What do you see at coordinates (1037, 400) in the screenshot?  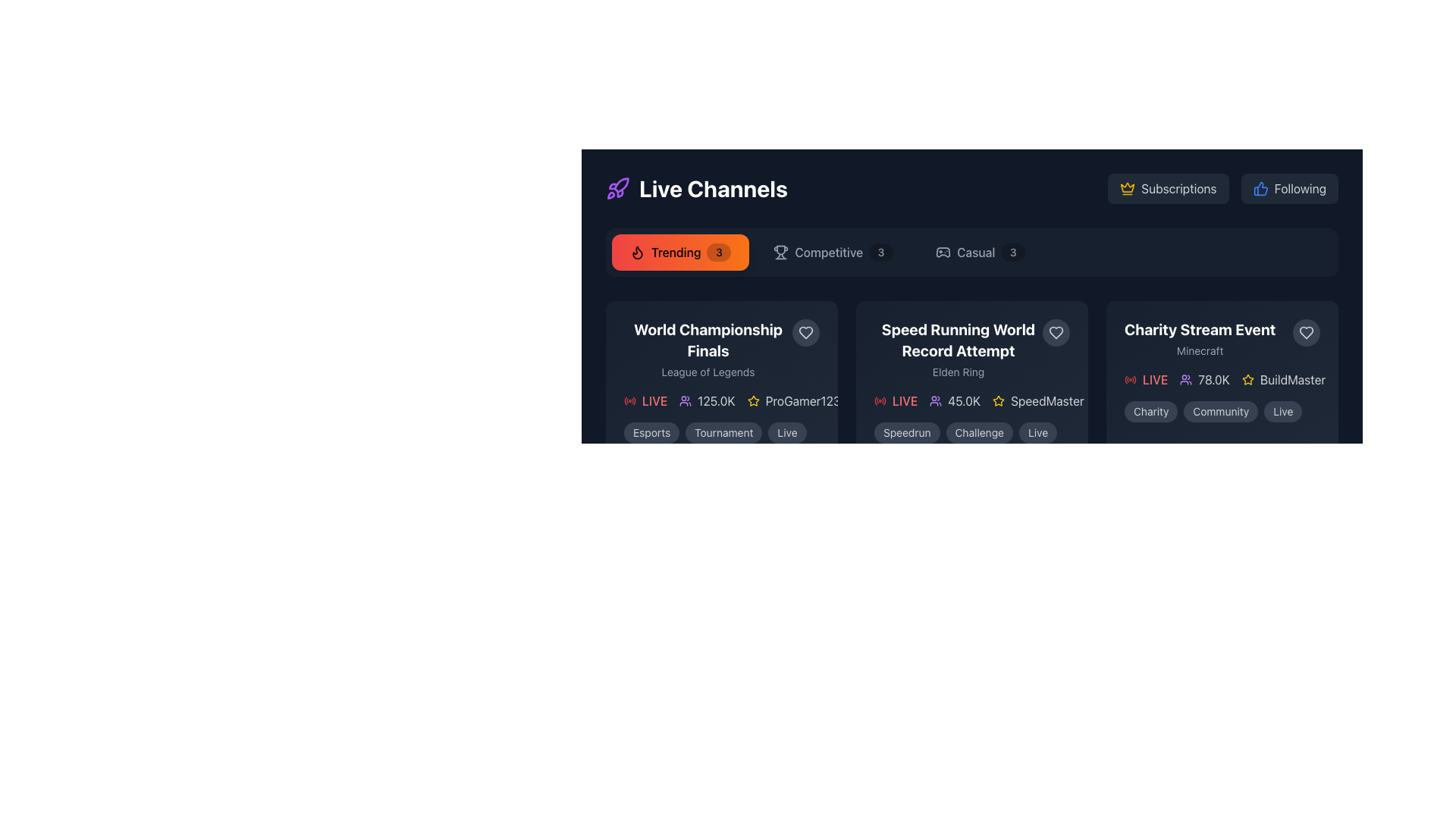 I see `the yellow outlined star icon adjacent to the text 'SpeedMaster' located at the bottom right corner of the live stream card for 'Speed Running World Record Attempt'` at bounding box center [1037, 400].